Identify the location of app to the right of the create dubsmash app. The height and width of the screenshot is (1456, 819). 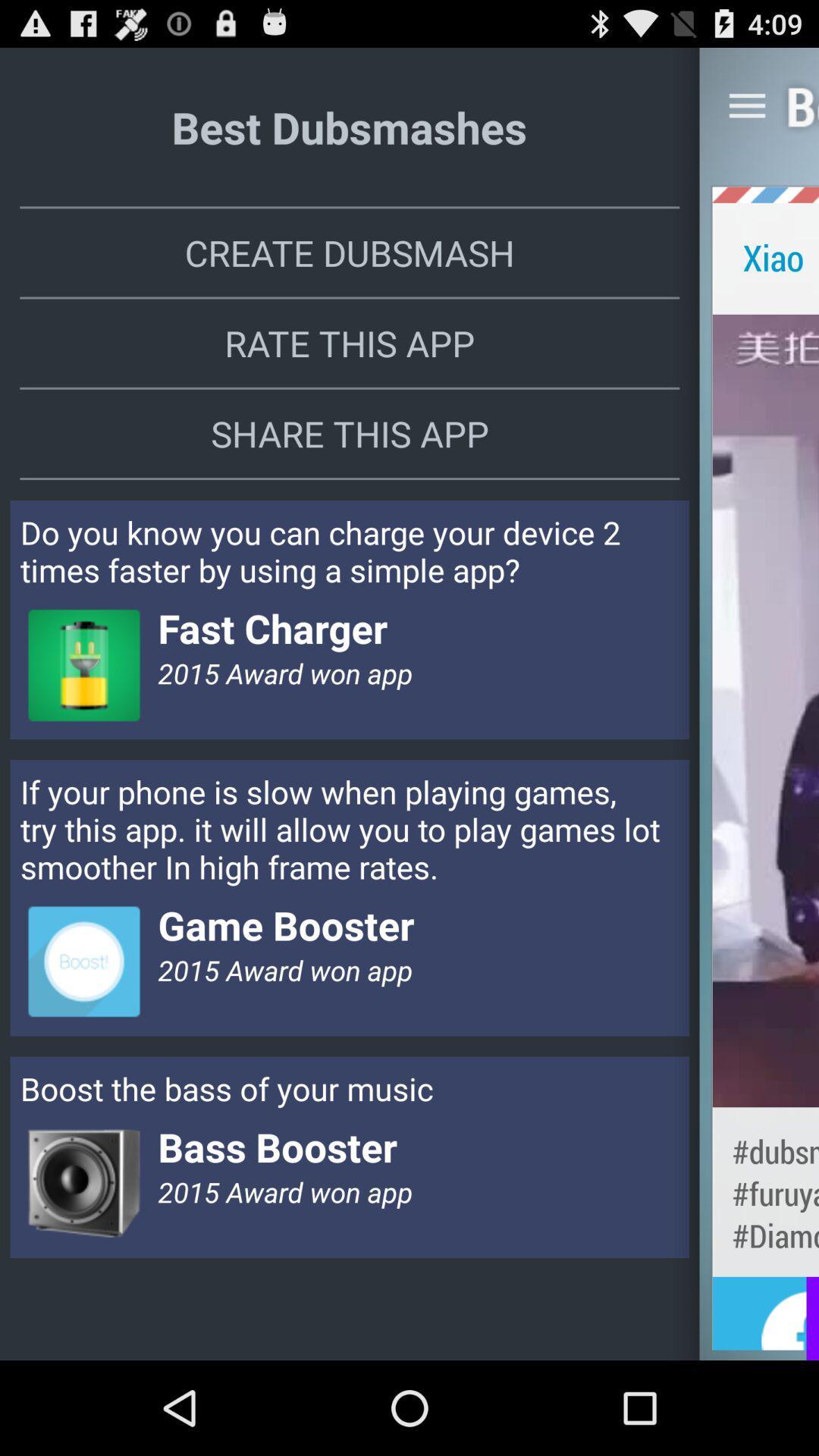
(765, 257).